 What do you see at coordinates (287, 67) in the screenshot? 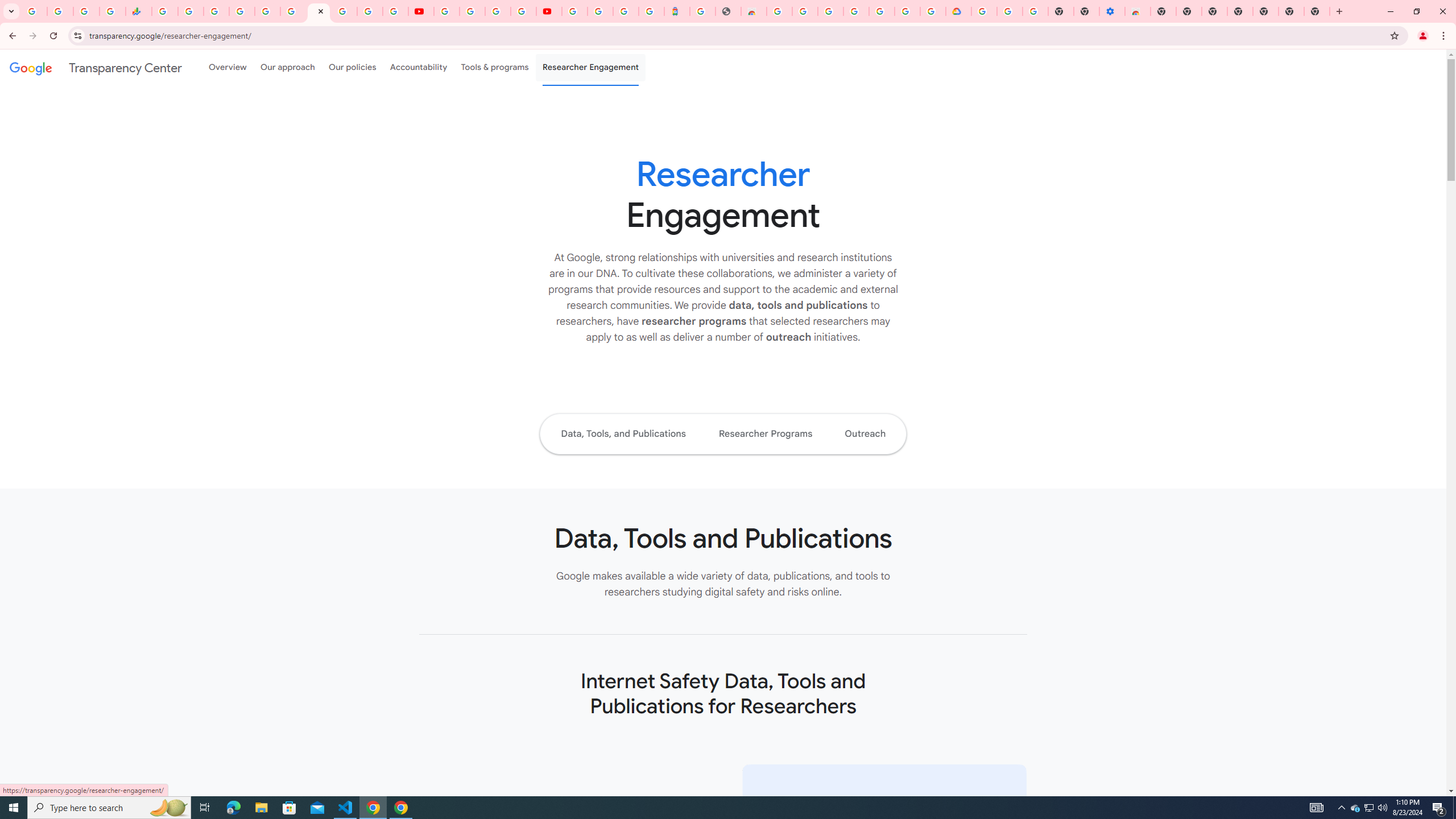
I see `'Our approach'` at bounding box center [287, 67].